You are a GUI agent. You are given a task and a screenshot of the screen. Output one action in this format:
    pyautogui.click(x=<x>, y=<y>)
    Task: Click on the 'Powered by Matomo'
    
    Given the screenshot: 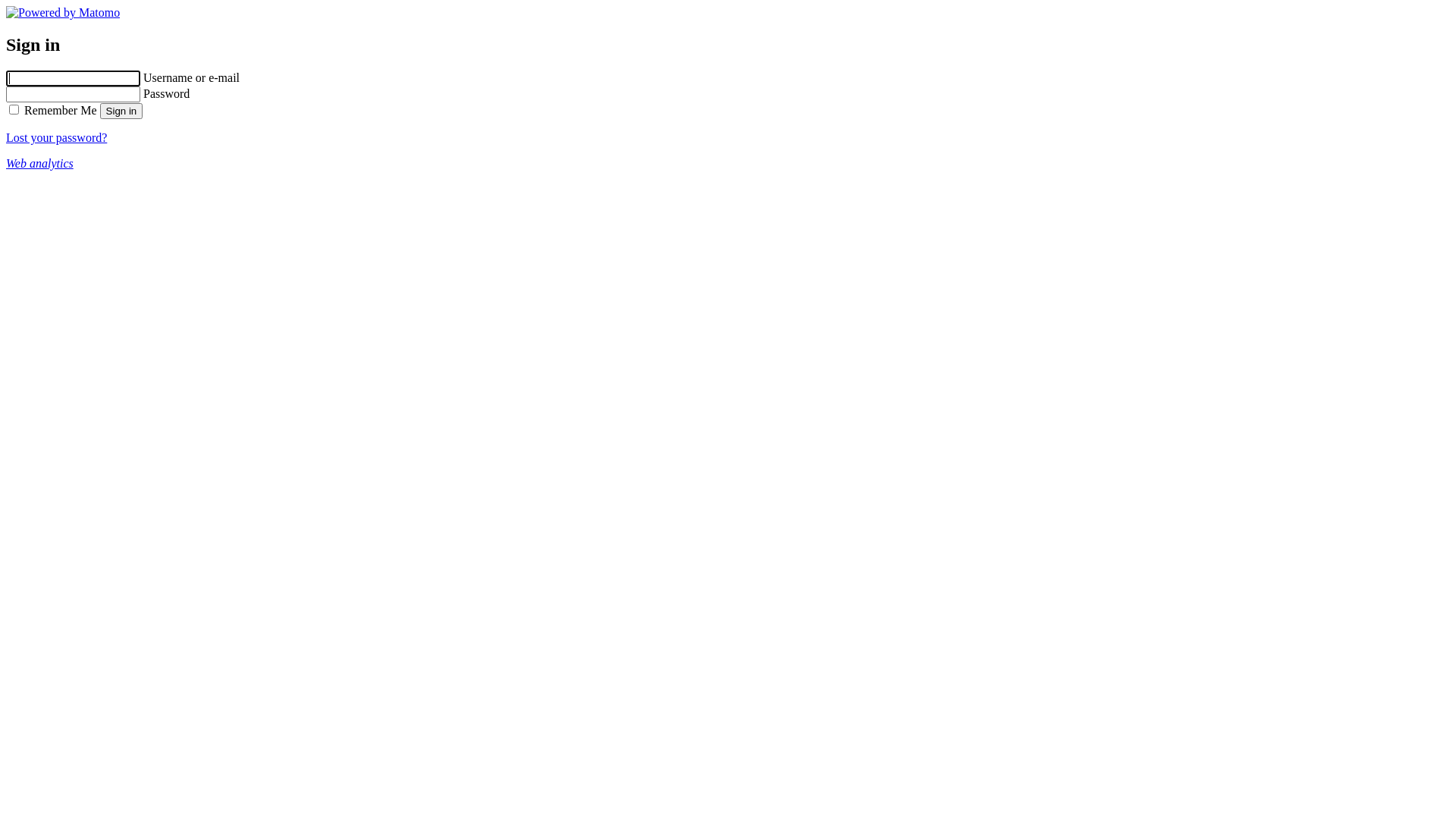 What is the action you would take?
    pyautogui.click(x=6, y=12)
    